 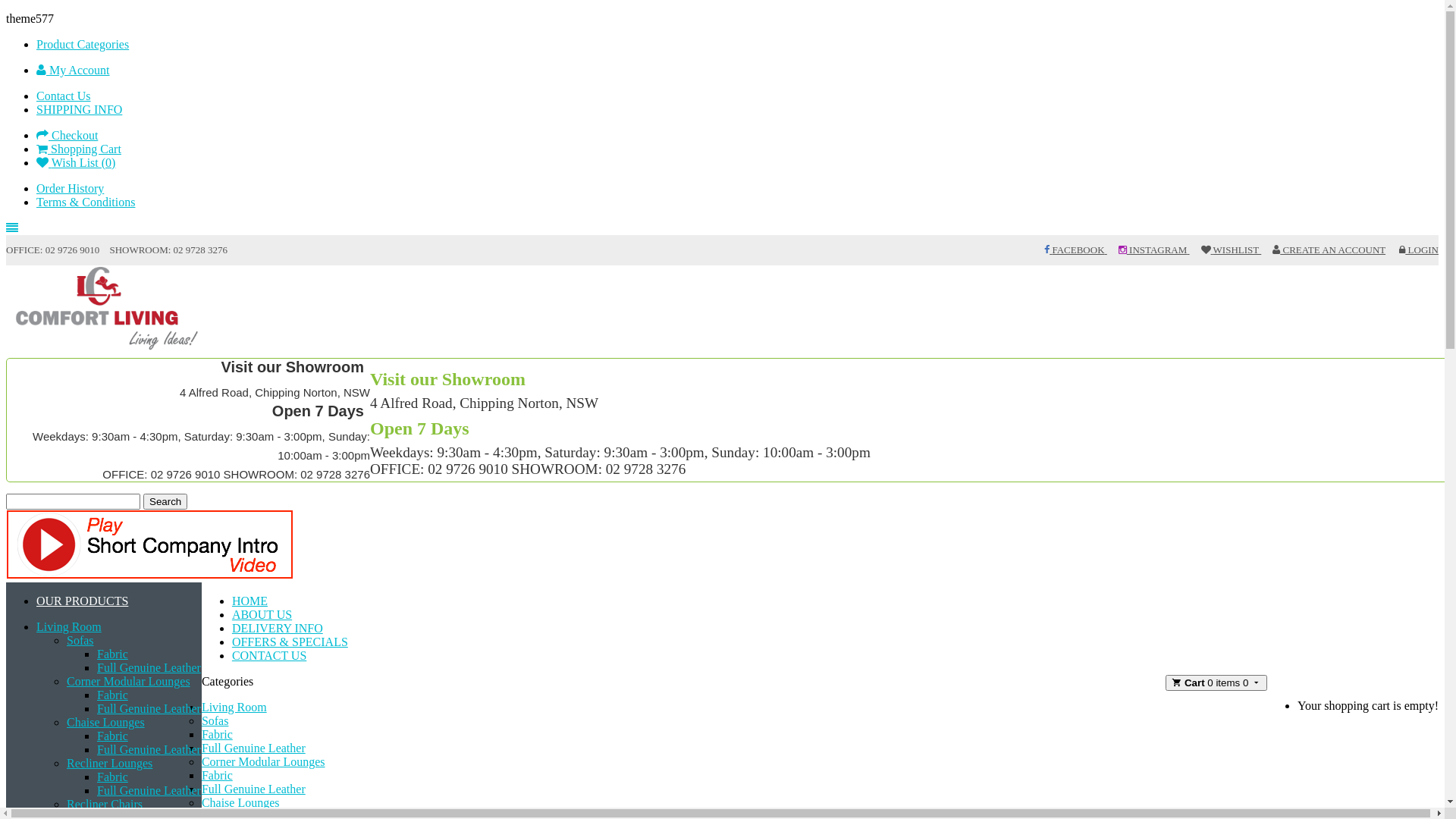 I want to click on 'Terms & Conditions', so click(x=85, y=201).